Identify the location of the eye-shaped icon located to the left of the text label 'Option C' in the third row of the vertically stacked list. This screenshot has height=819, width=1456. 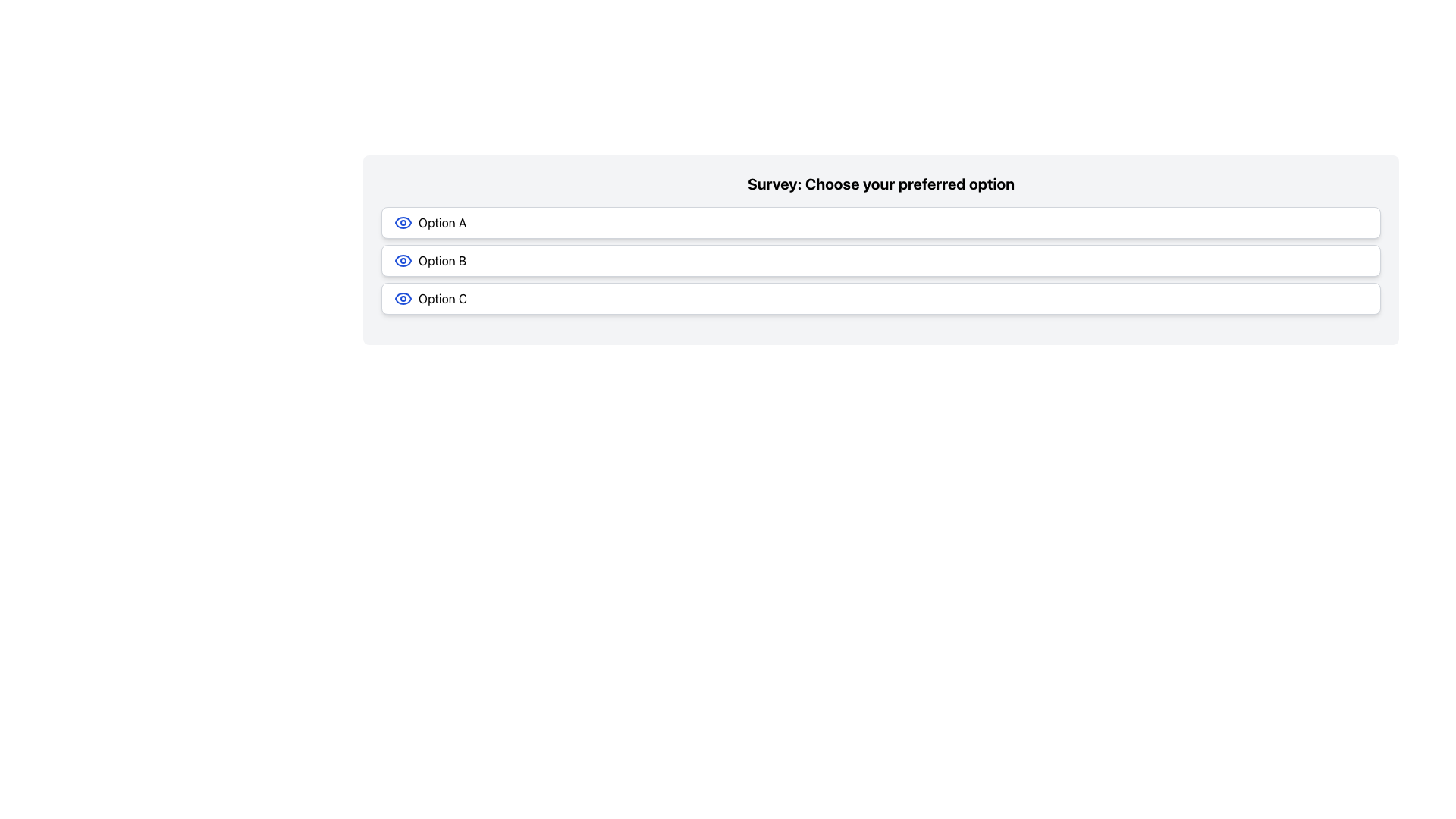
(403, 298).